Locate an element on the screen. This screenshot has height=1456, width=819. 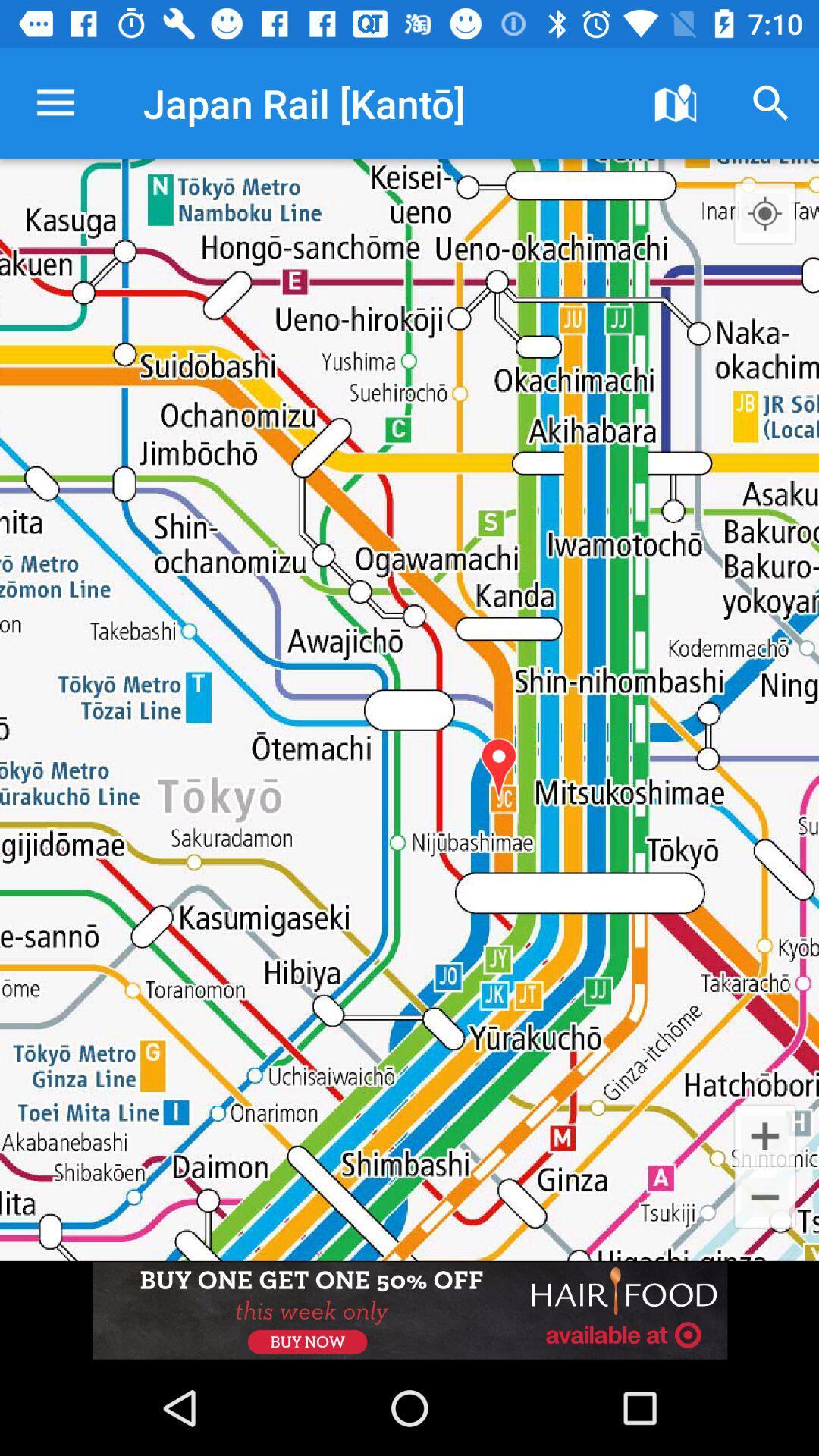
the minus icon is located at coordinates (764, 1197).